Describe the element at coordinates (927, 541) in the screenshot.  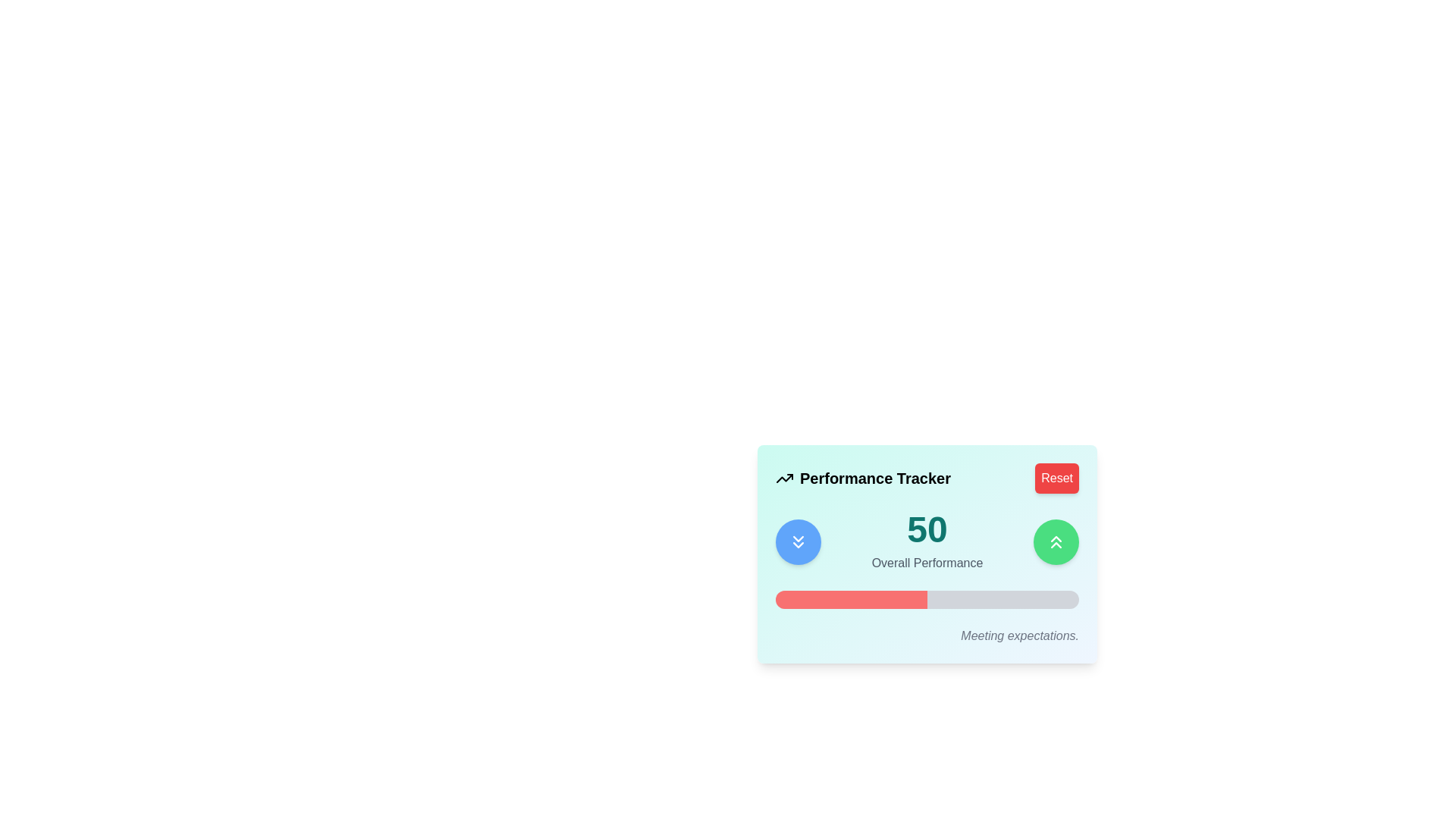
I see `the label displaying the bold number '50' in teal color and the smaller text label 'Overall Performance' in gray color, which is centrally aligned within a light teal card layout` at that location.